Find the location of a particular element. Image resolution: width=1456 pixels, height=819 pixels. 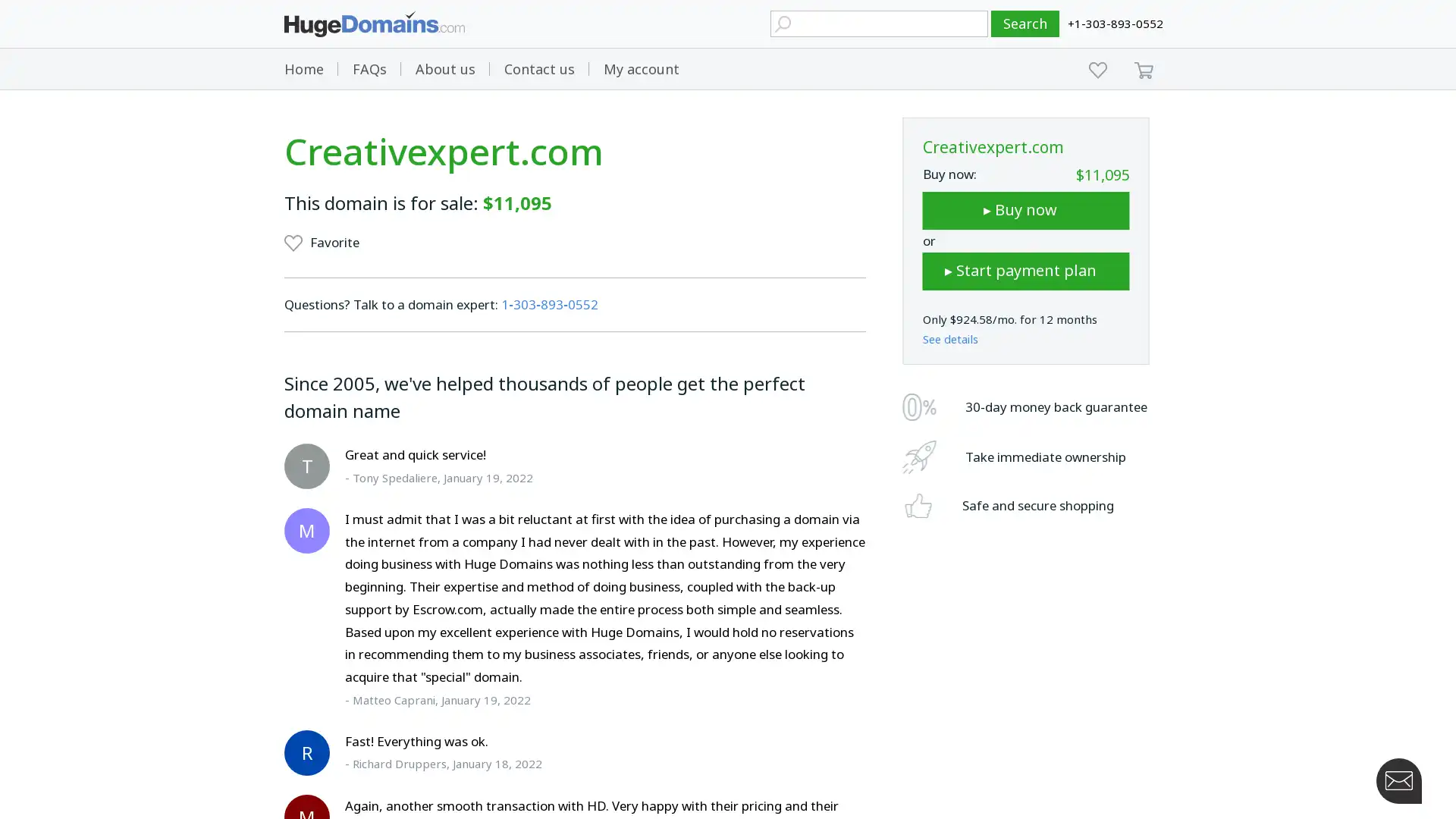

Search is located at coordinates (1025, 24).